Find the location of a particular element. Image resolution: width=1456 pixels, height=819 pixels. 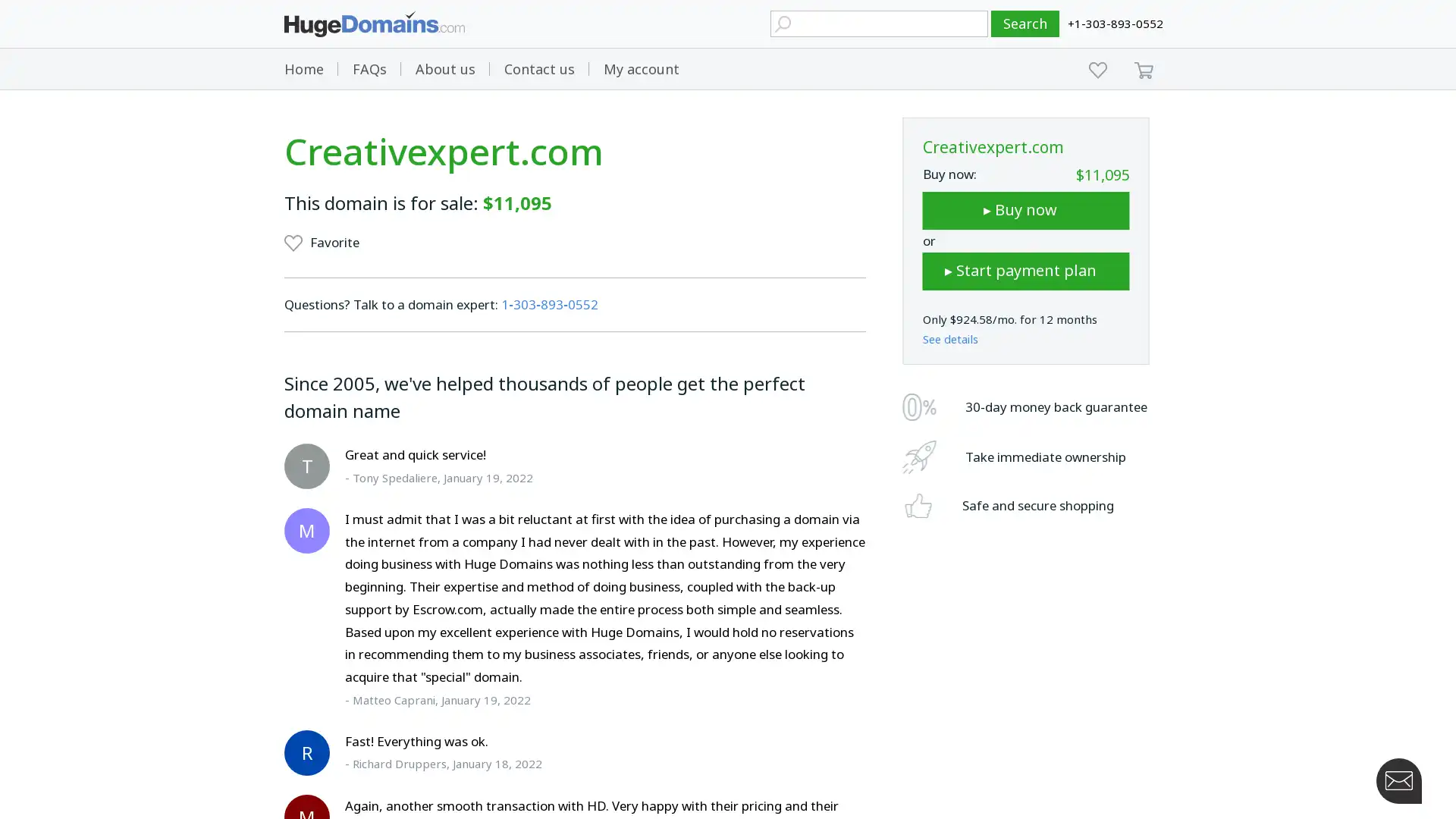

Search is located at coordinates (1025, 24).